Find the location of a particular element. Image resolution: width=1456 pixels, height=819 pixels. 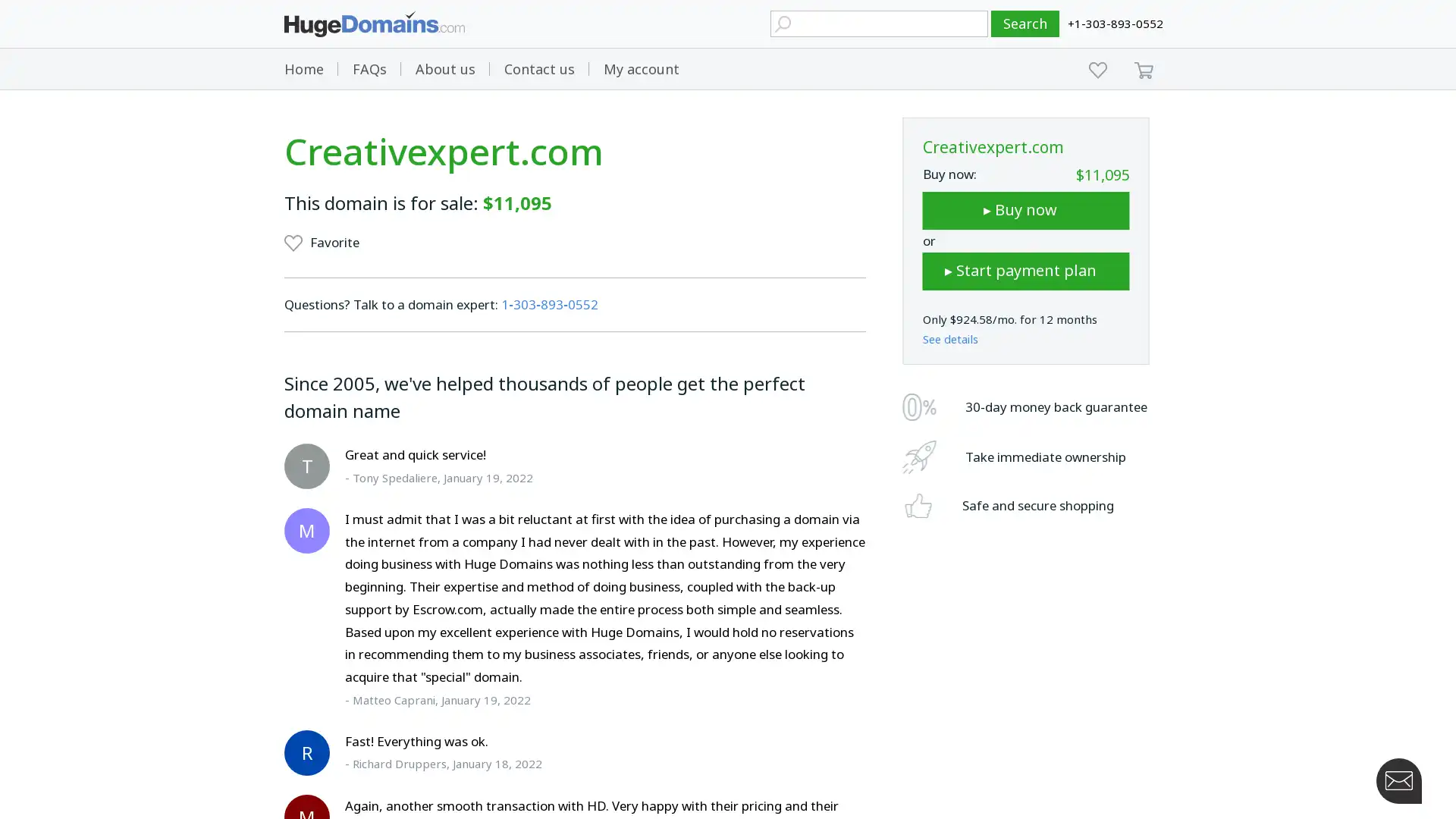

Search is located at coordinates (1025, 24).